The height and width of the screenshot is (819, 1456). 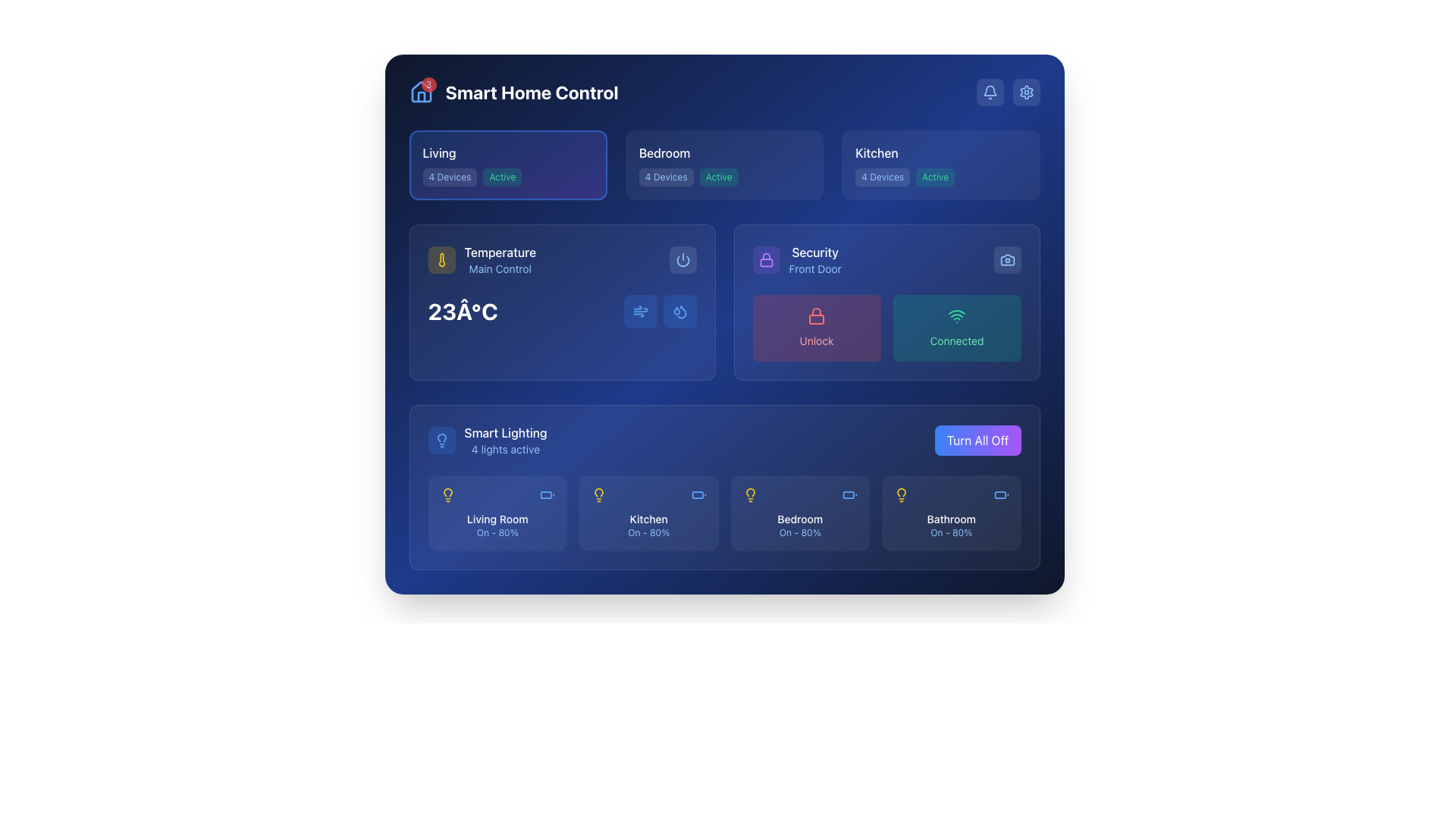 What do you see at coordinates (1026, 93) in the screenshot?
I see `the gear-shaped icon button located in the top-right corner of the interface` at bounding box center [1026, 93].